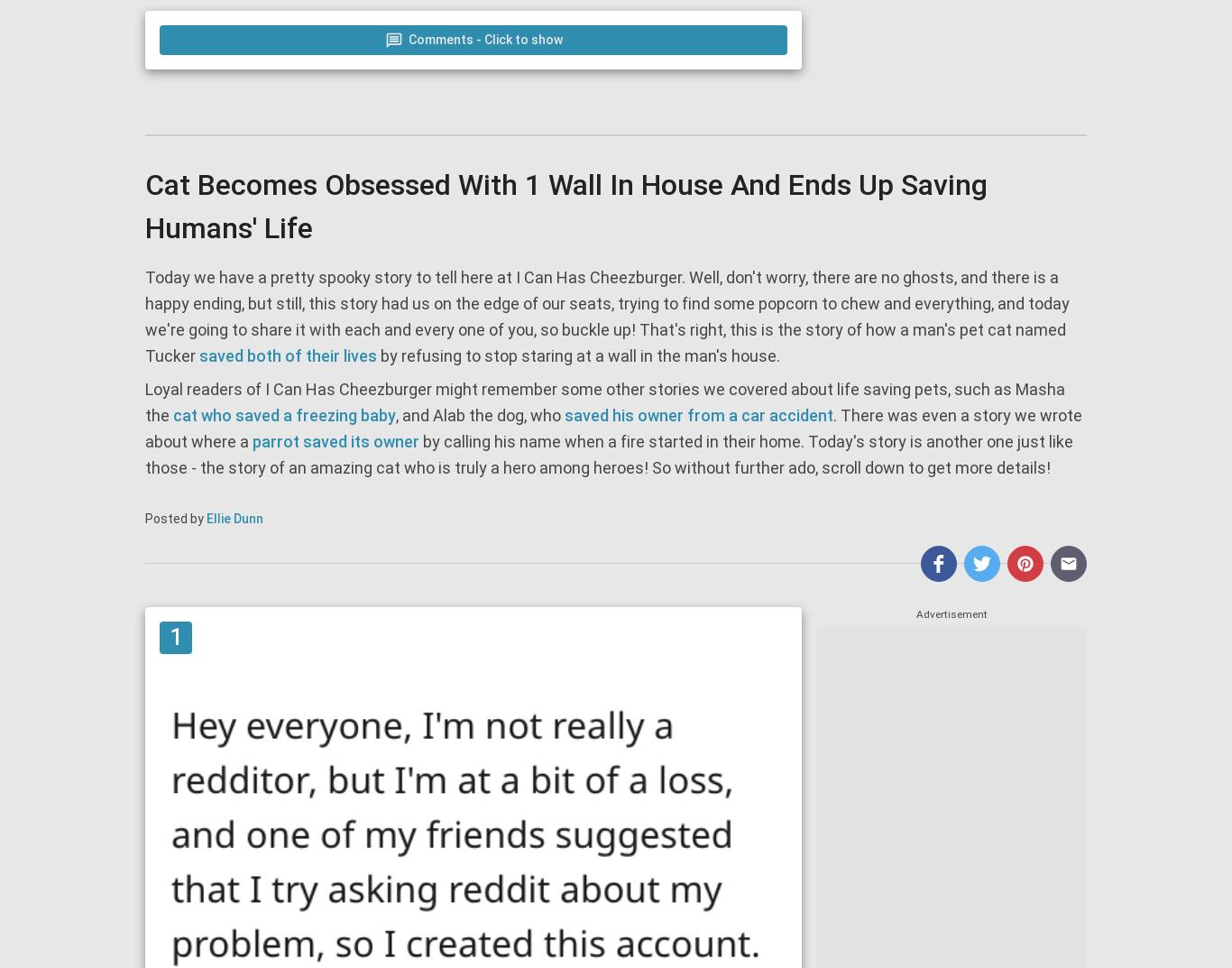 The height and width of the screenshot is (968, 1232). I want to click on '1', so click(175, 637).